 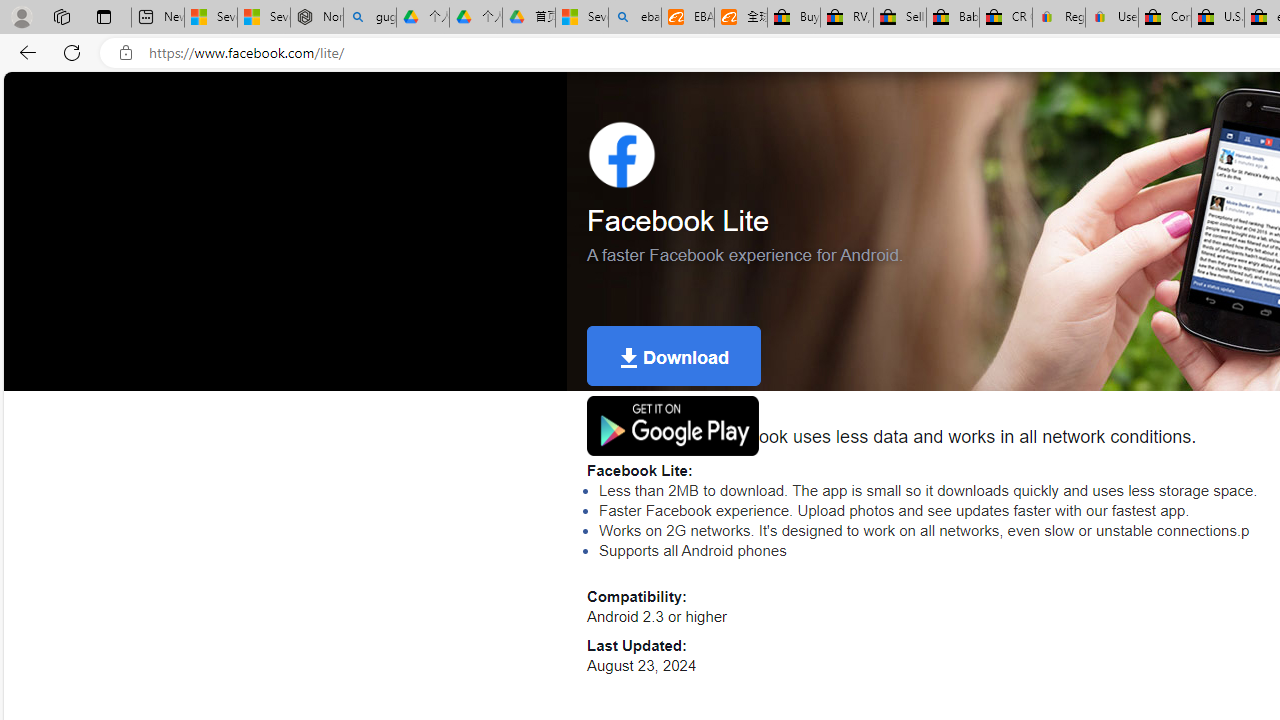 What do you see at coordinates (898, 17) in the screenshot?
I see `'Sell worldwide with eBay'` at bounding box center [898, 17].